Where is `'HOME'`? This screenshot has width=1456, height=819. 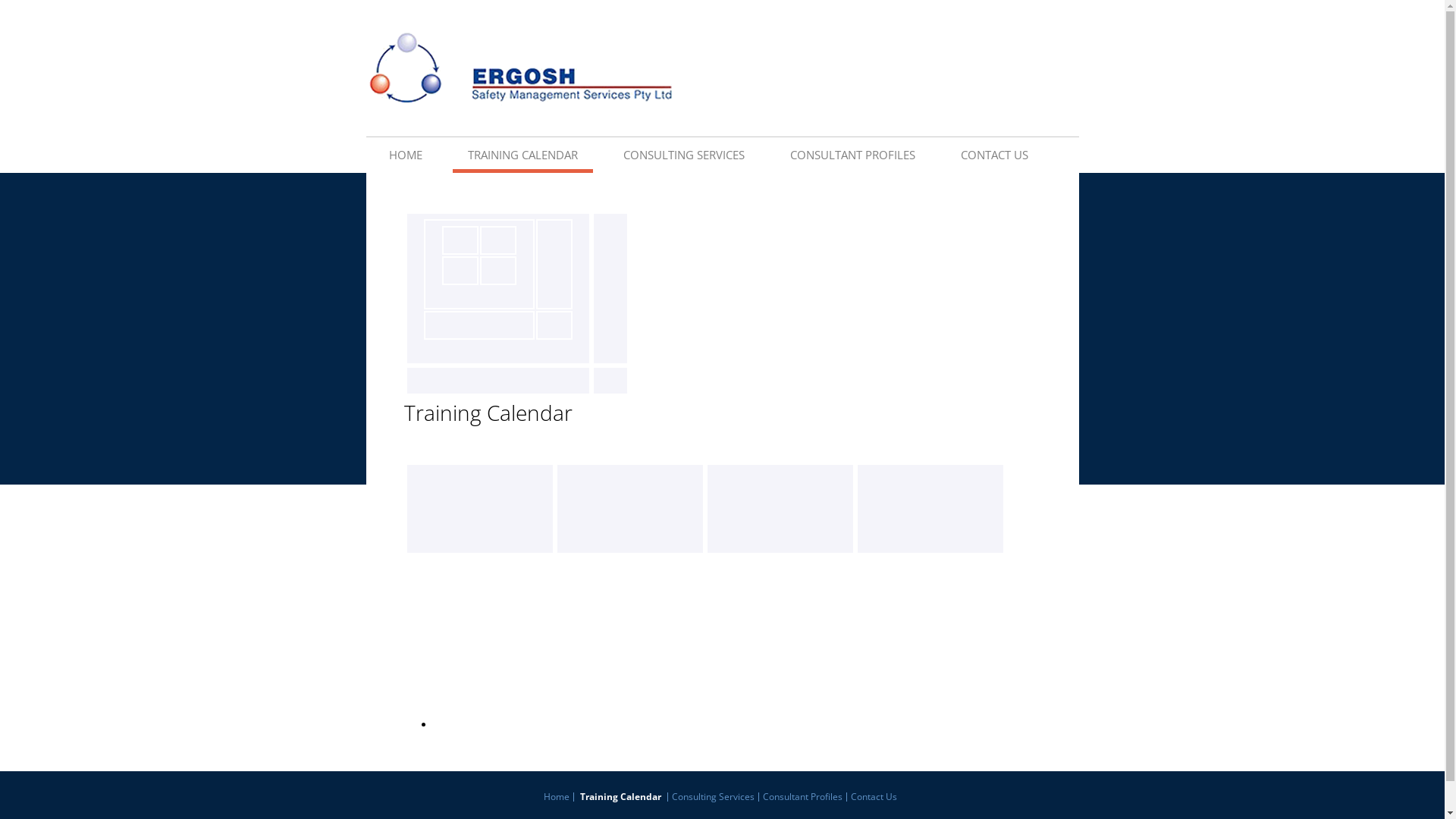 'HOME' is located at coordinates (404, 152).